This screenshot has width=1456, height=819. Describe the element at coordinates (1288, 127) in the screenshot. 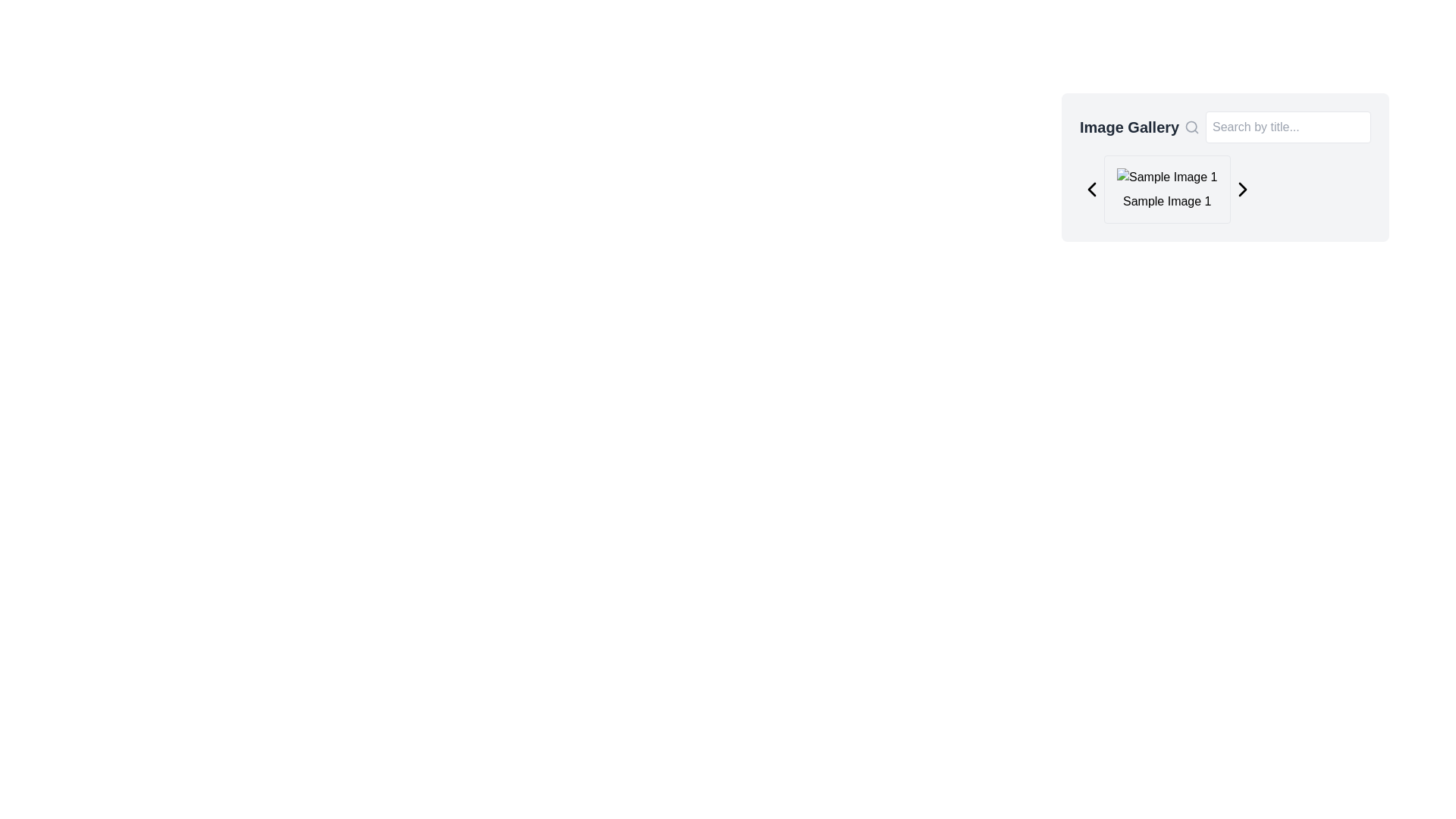

I see `to focus on the search query input field located at the top-right side of the image gallery interface panel` at that location.